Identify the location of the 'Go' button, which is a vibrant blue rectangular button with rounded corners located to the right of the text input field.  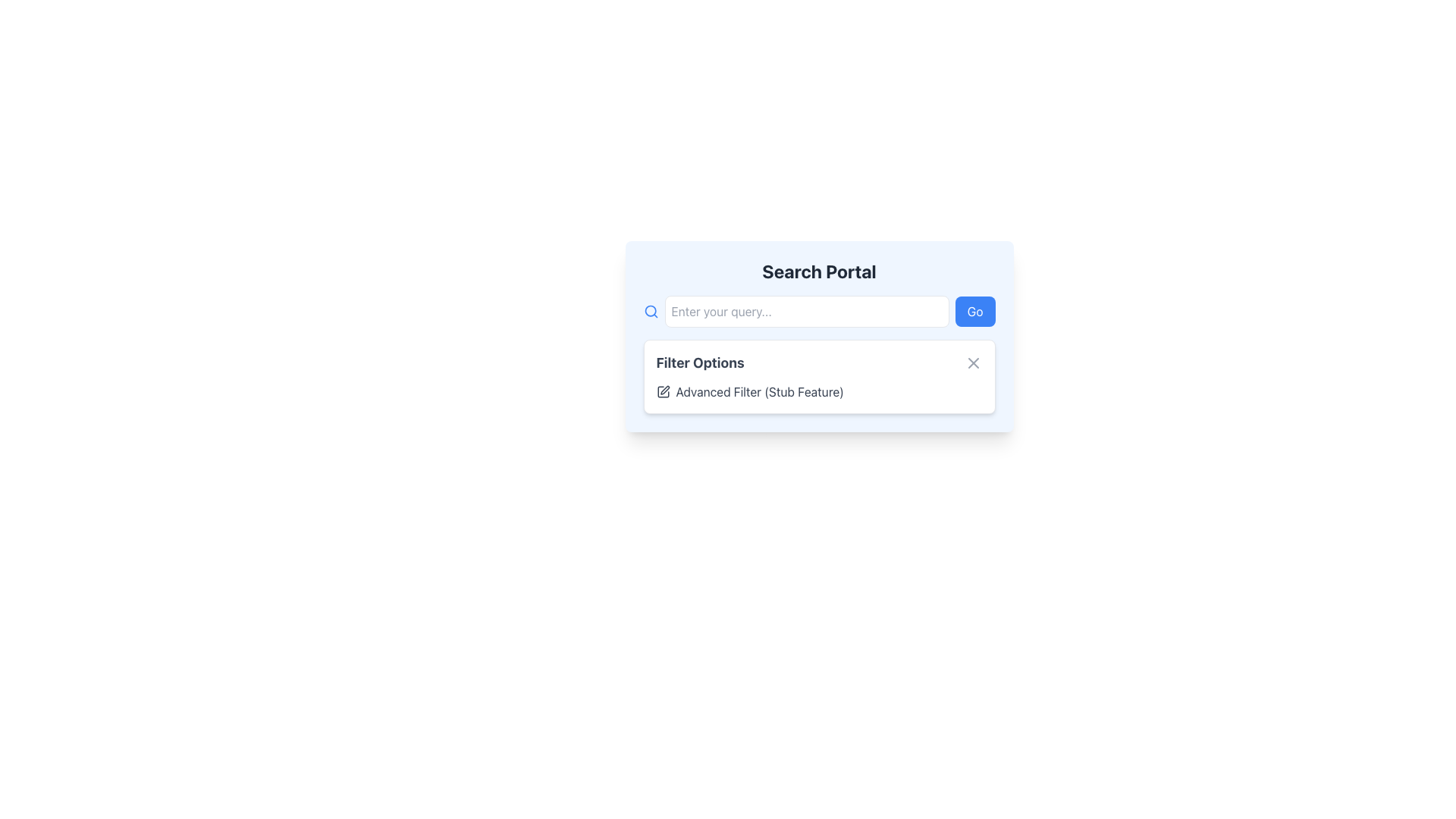
(975, 311).